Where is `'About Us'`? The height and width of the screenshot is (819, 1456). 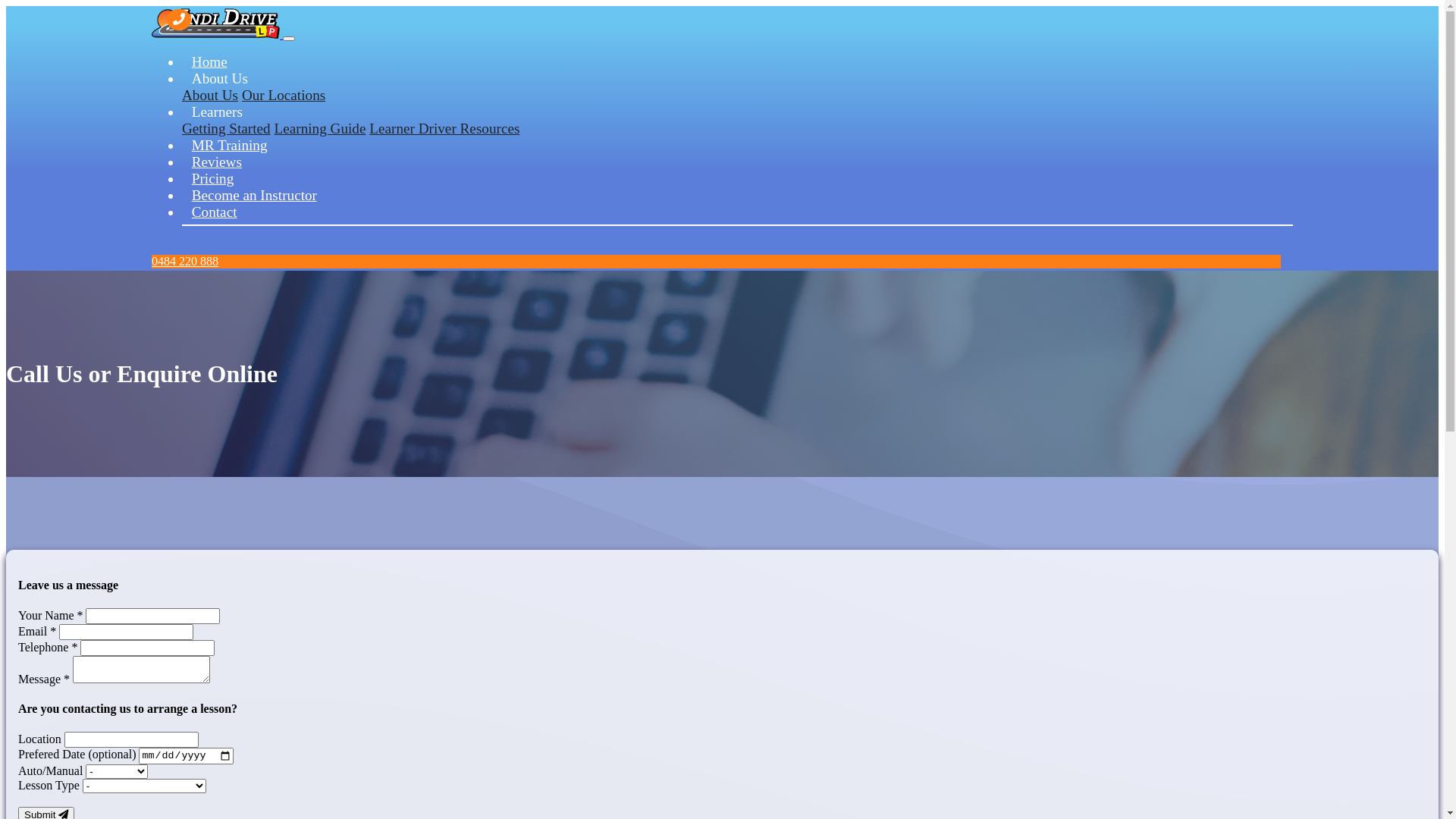 'About Us' is located at coordinates (218, 78).